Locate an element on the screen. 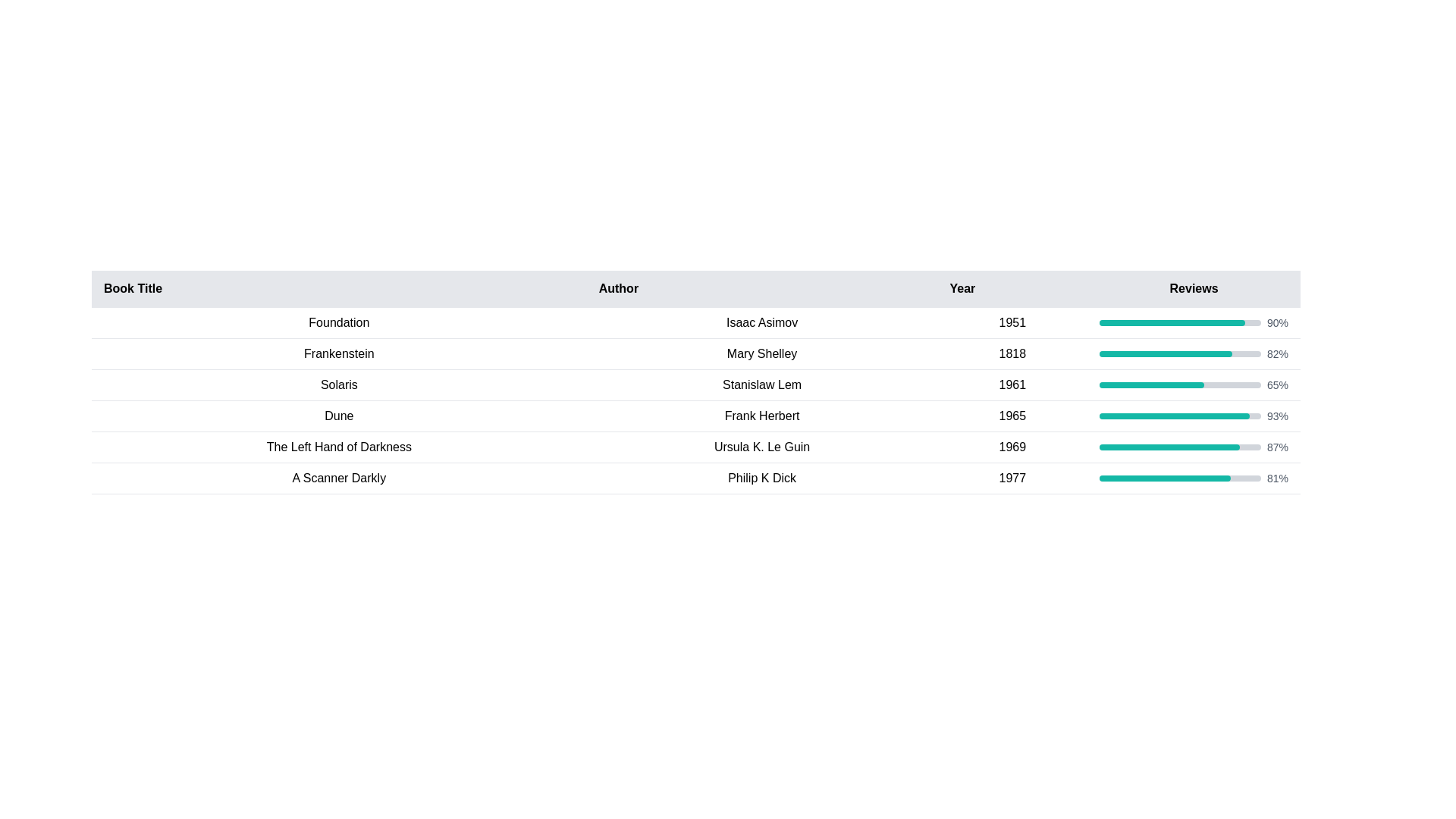 Image resolution: width=1456 pixels, height=819 pixels. the static text label displaying the percentage of reviews for the book titled 'Dune', located in the 'Reviews' column of the table, adjacent to the progress bar is located at coordinates (1276, 416).